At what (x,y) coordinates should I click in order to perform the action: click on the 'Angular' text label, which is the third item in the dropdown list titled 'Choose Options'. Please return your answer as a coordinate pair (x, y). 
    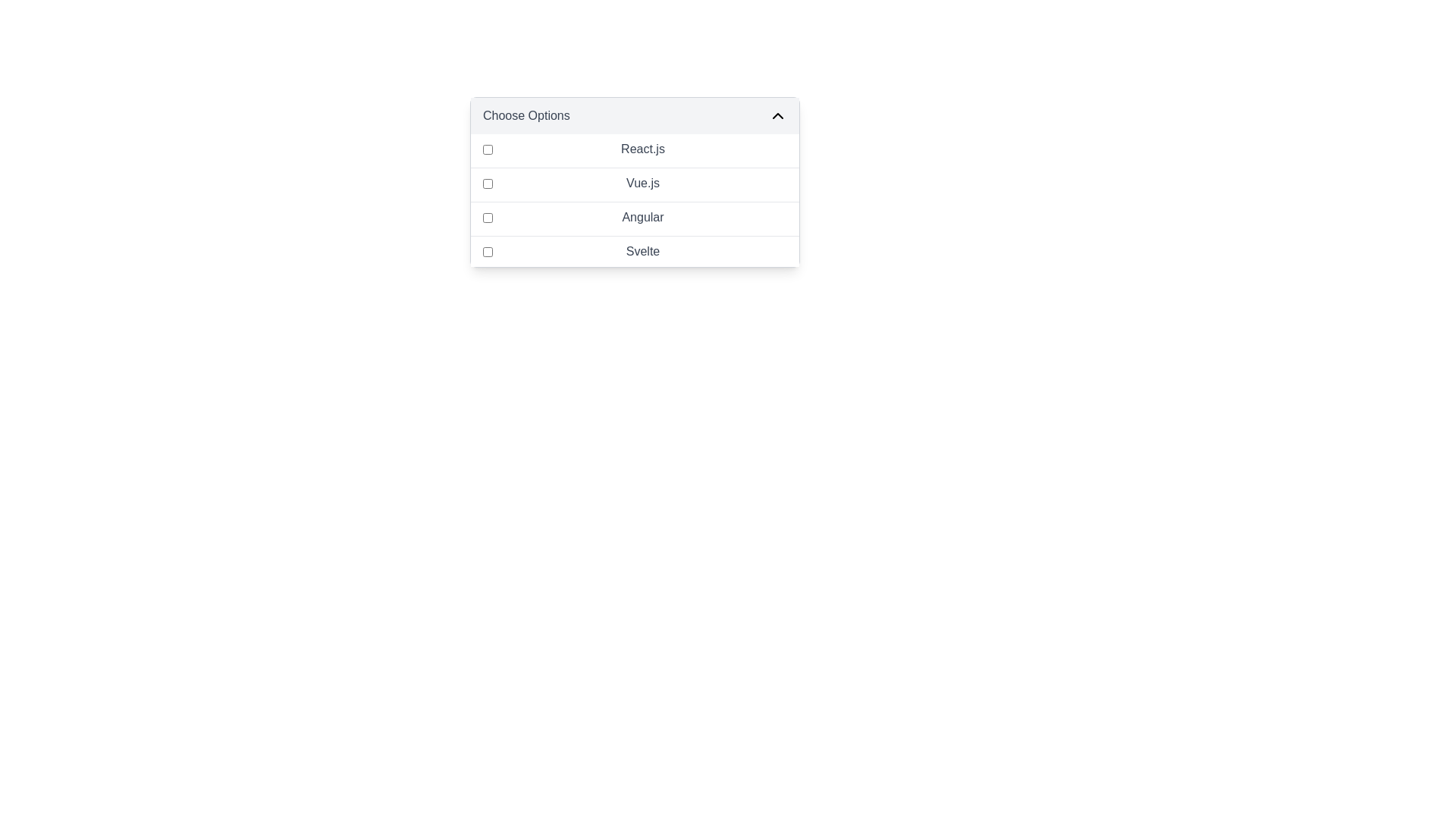
    Looking at the image, I should click on (643, 217).